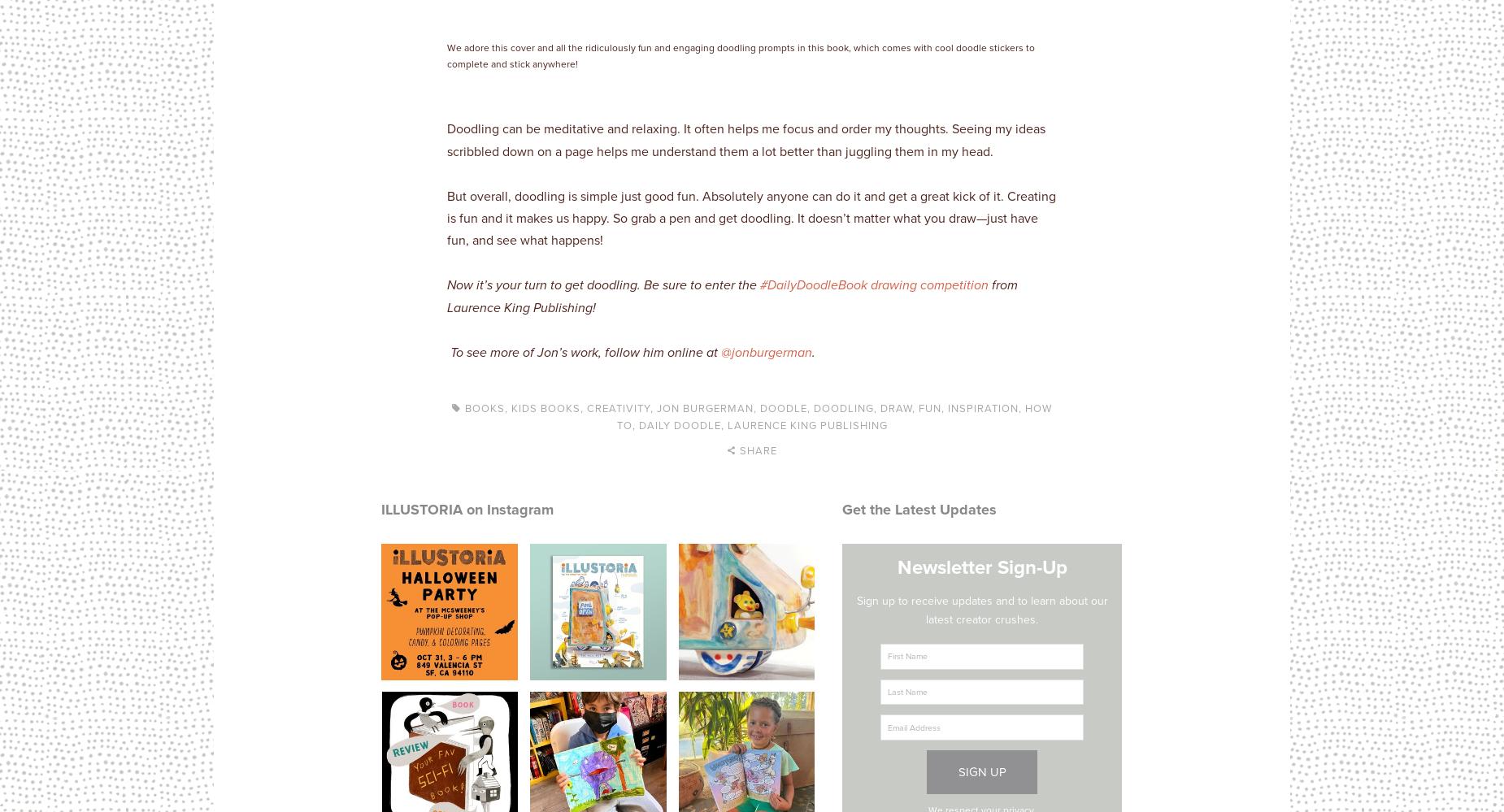 This screenshot has width=1504, height=812. I want to click on 'CREATIVITY', so click(619, 406).